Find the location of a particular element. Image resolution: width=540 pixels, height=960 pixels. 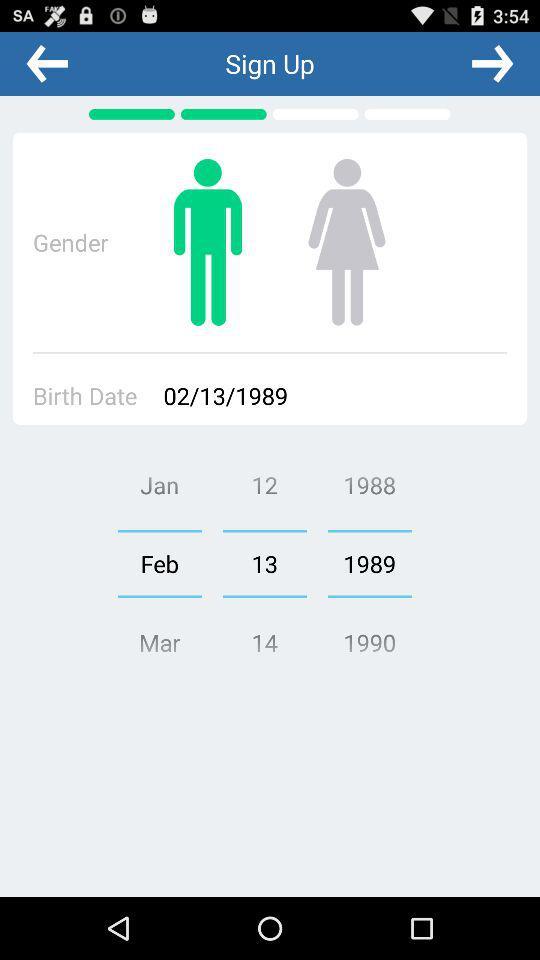

the app to the right of sign up is located at coordinates (491, 63).